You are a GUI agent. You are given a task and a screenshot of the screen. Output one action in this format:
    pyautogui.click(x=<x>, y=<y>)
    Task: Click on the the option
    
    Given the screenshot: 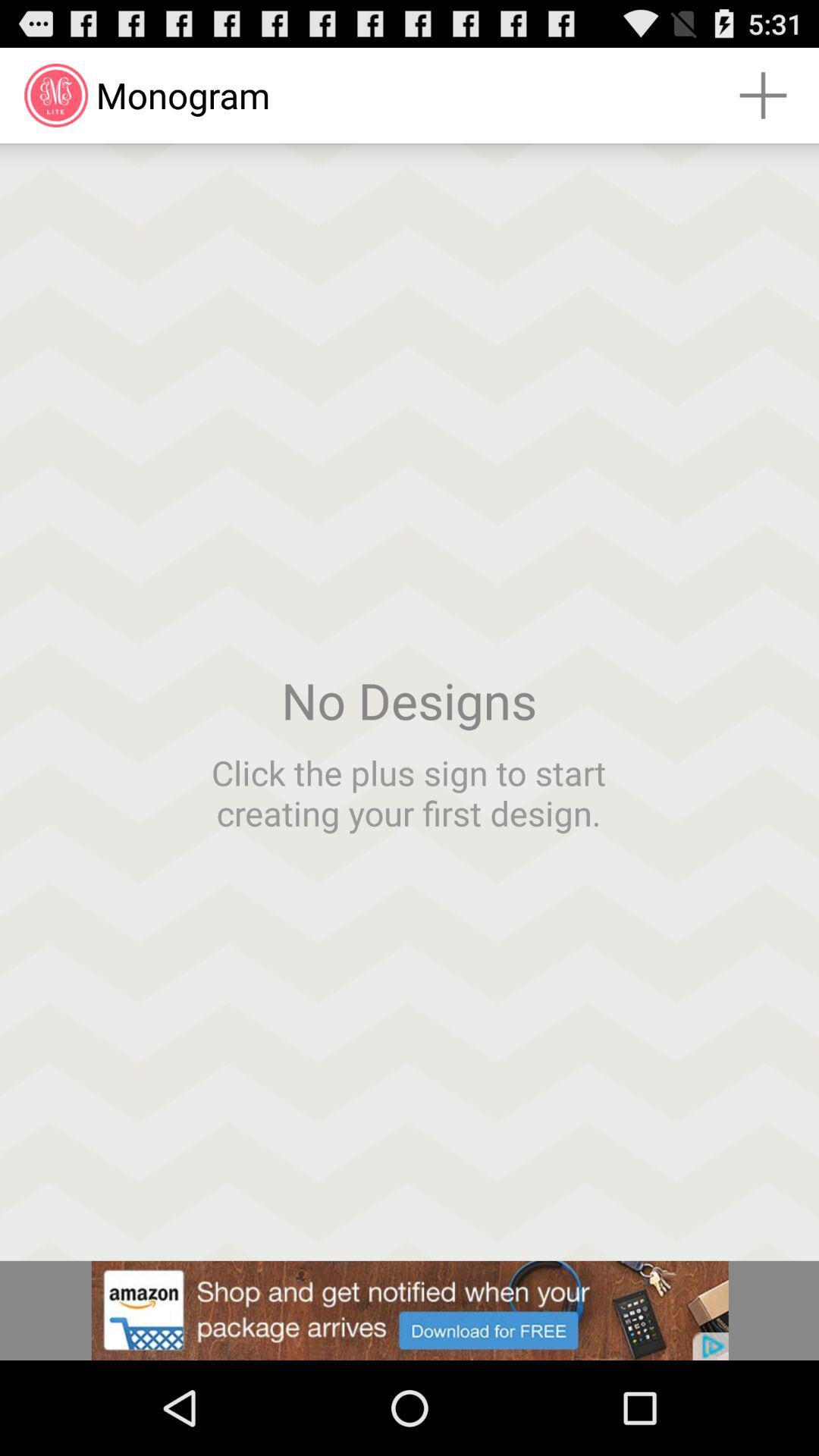 What is the action you would take?
    pyautogui.click(x=409, y=1310)
    